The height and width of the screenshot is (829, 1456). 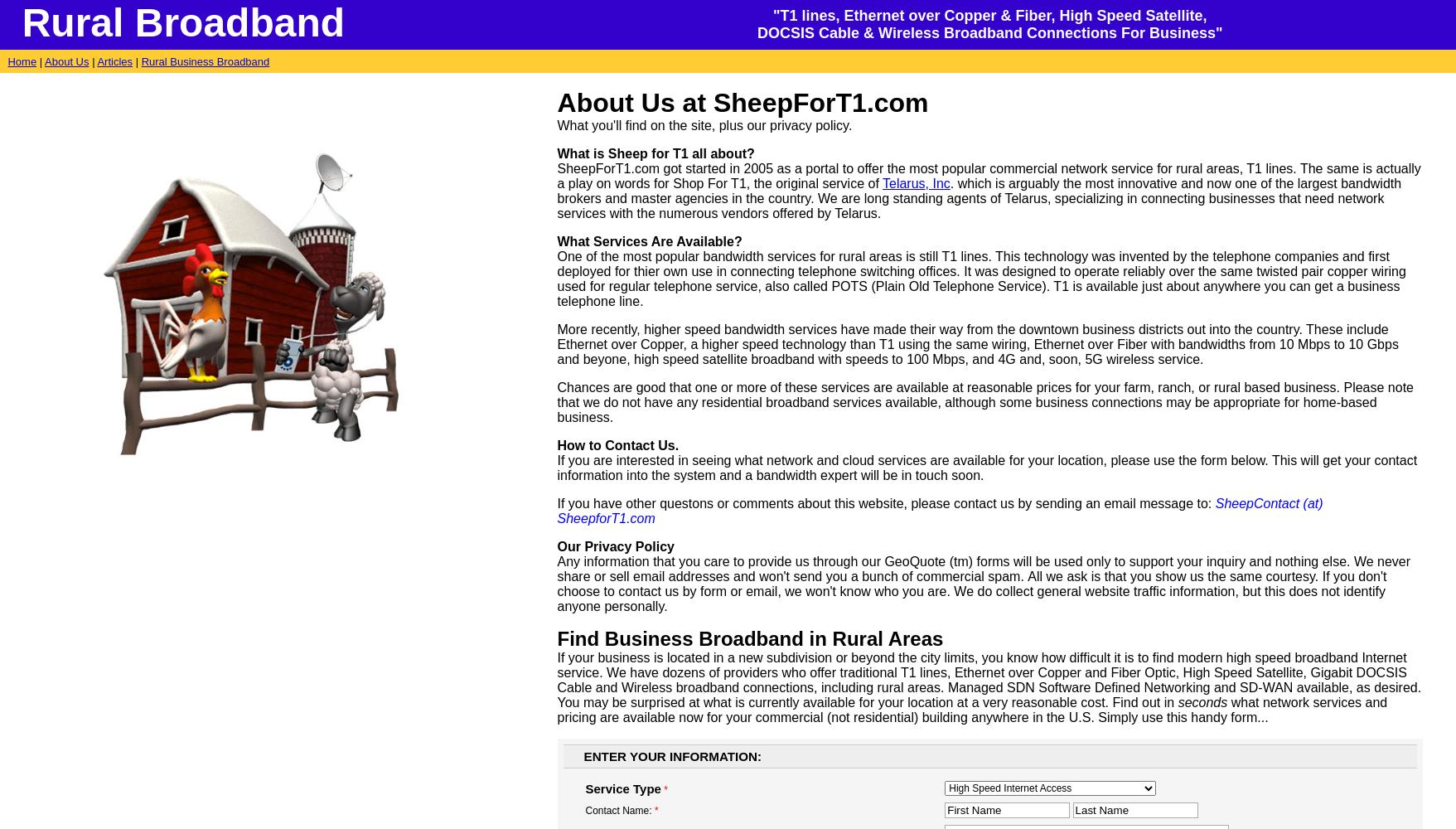 I want to click on 'If you have other questons or comments about this website, please contact us by sending an email message to:', so click(x=884, y=502).